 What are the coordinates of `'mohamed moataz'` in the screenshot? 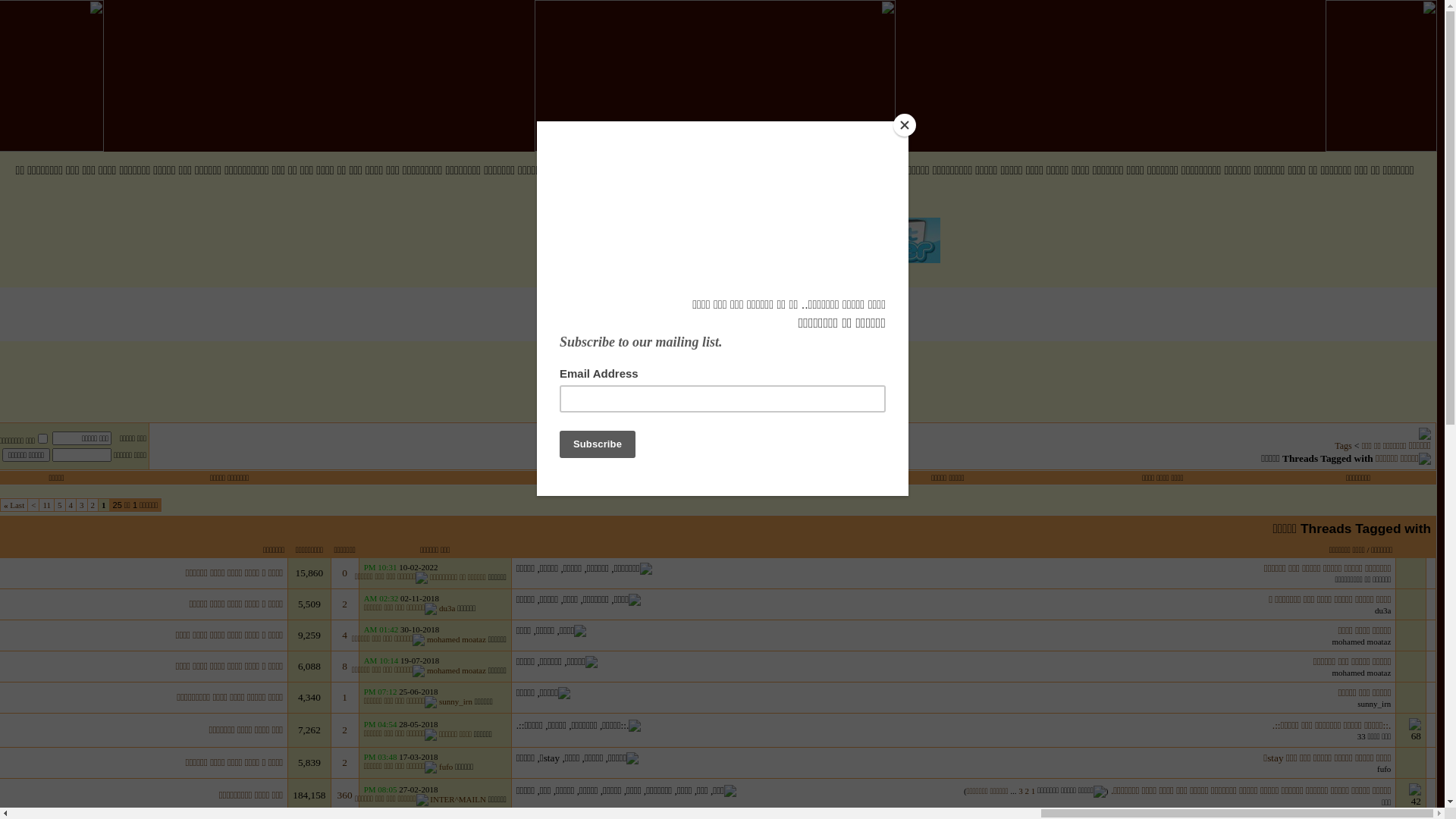 It's located at (1331, 672).